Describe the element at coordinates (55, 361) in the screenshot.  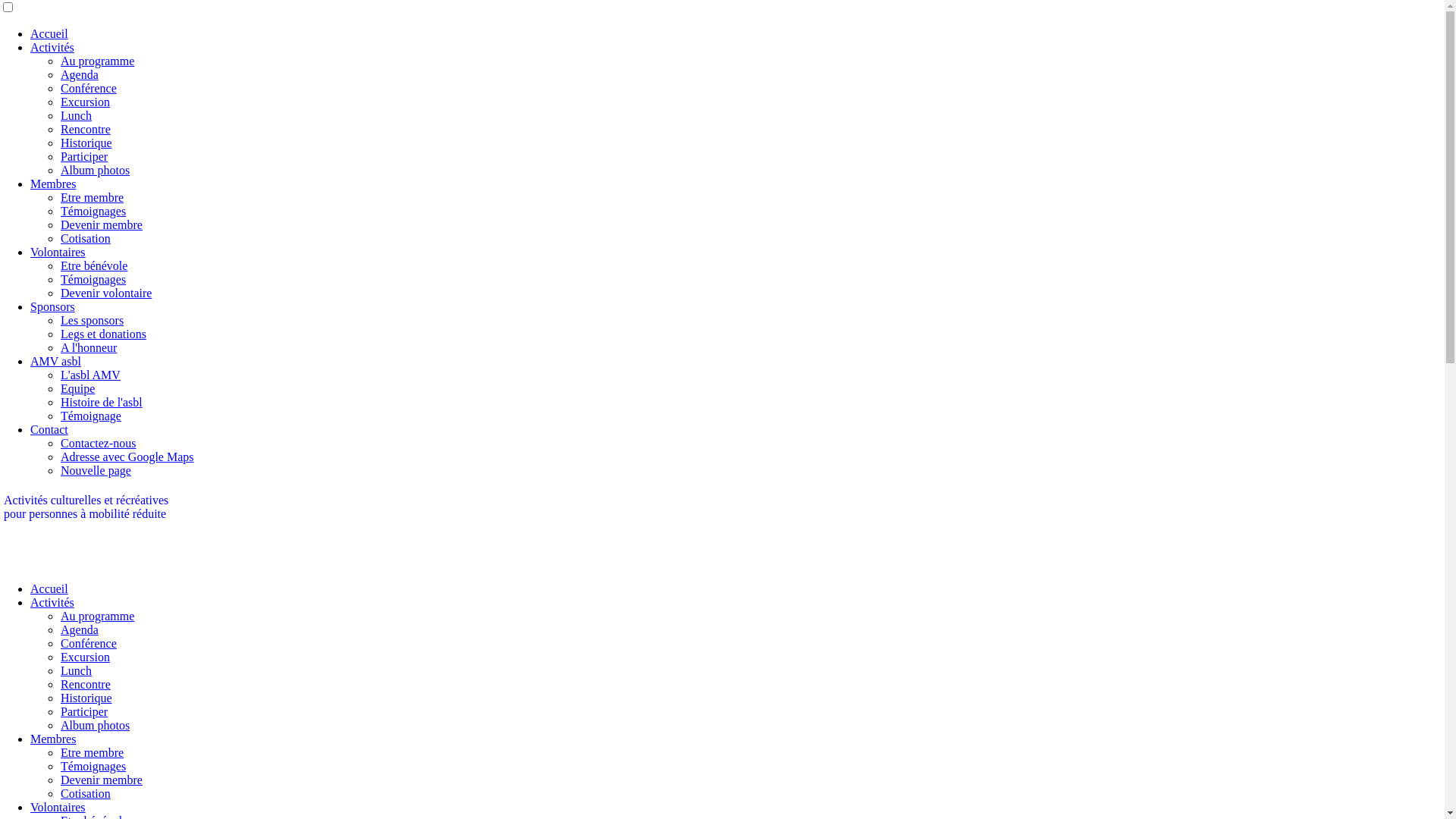
I see `'AMV asbl'` at that location.